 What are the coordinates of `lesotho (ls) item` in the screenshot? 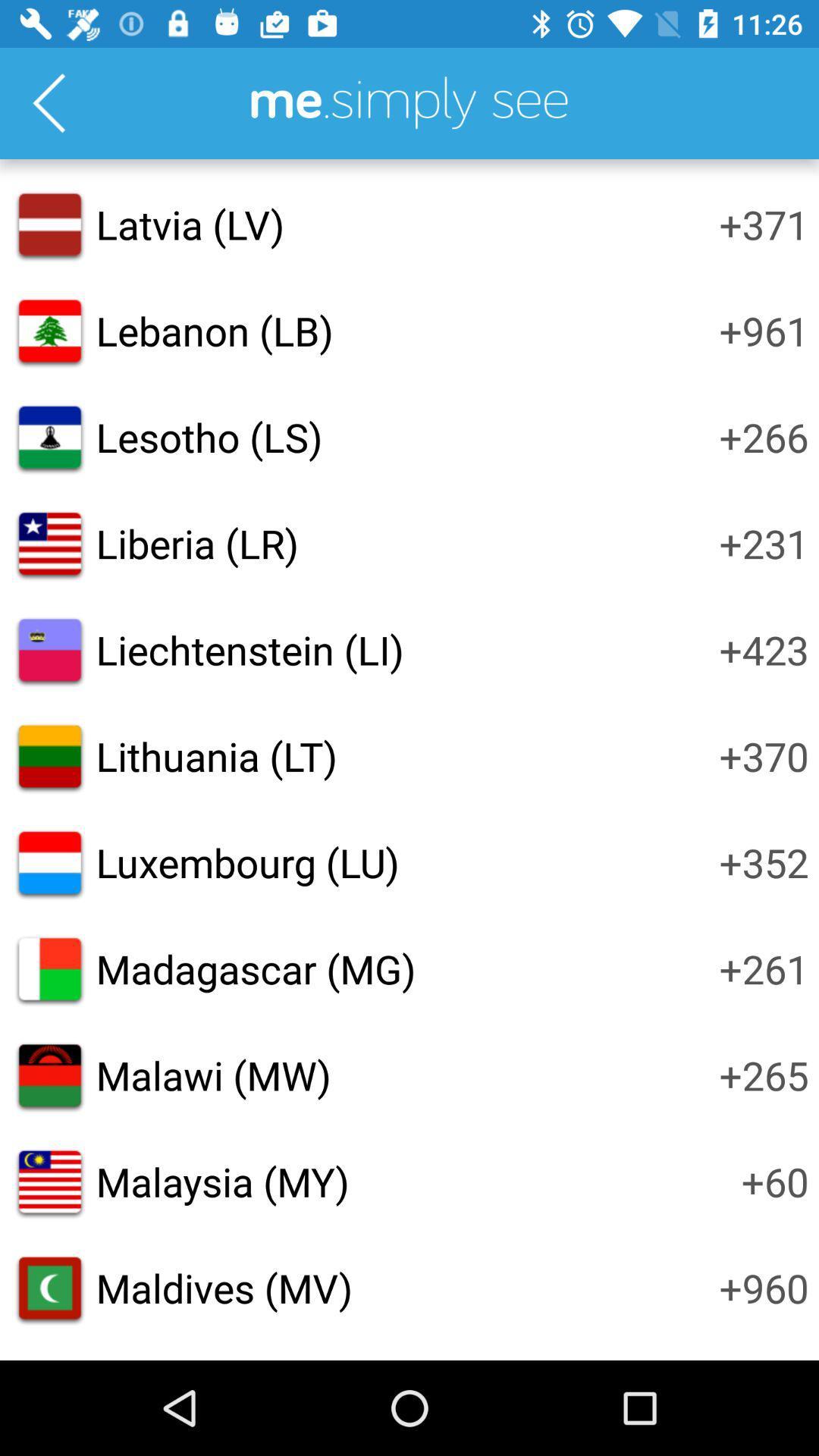 It's located at (209, 436).